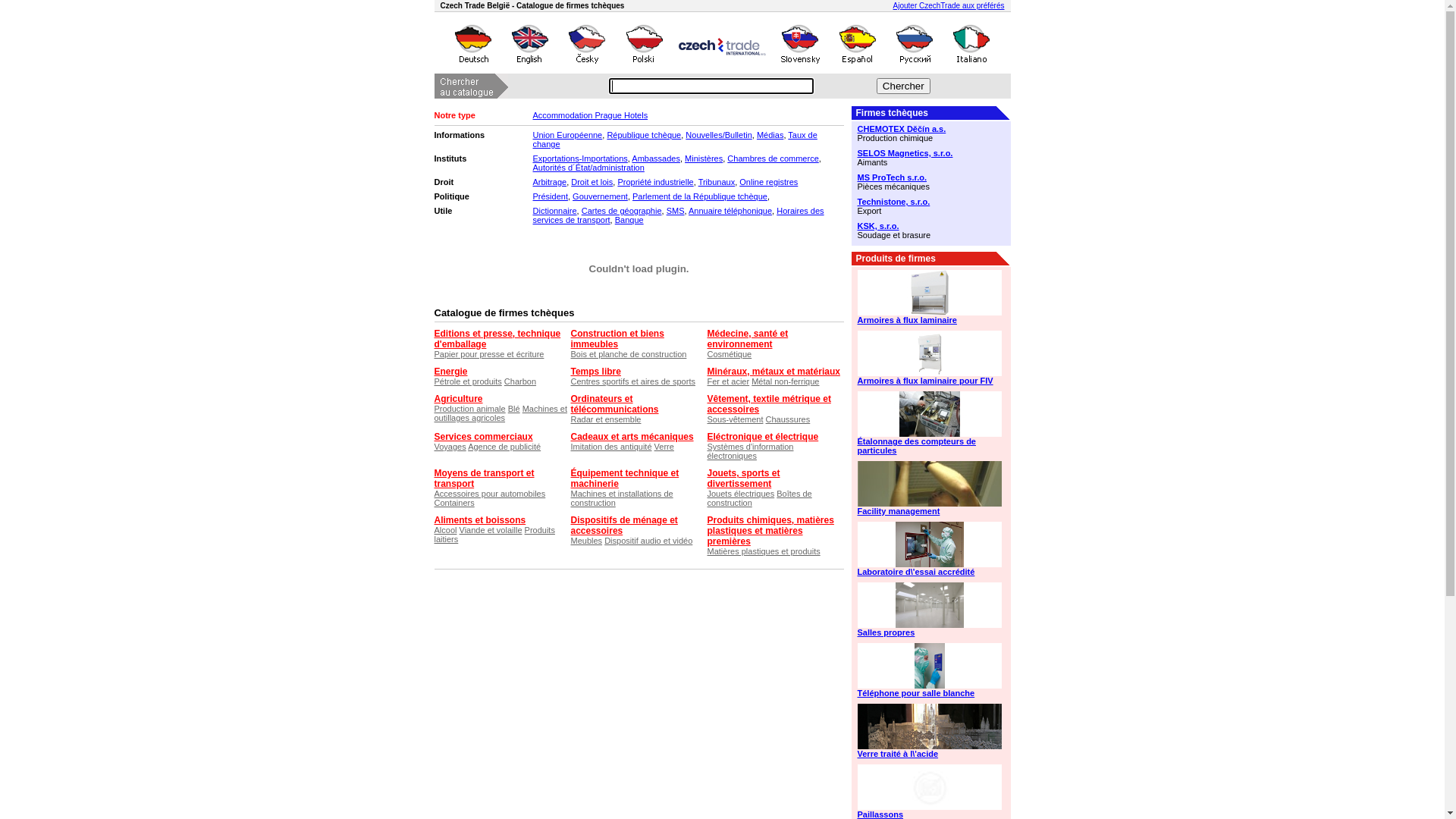 The image size is (1456, 819). Describe the element at coordinates (453, 503) in the screenshot. I see `'Containers'` at that location.